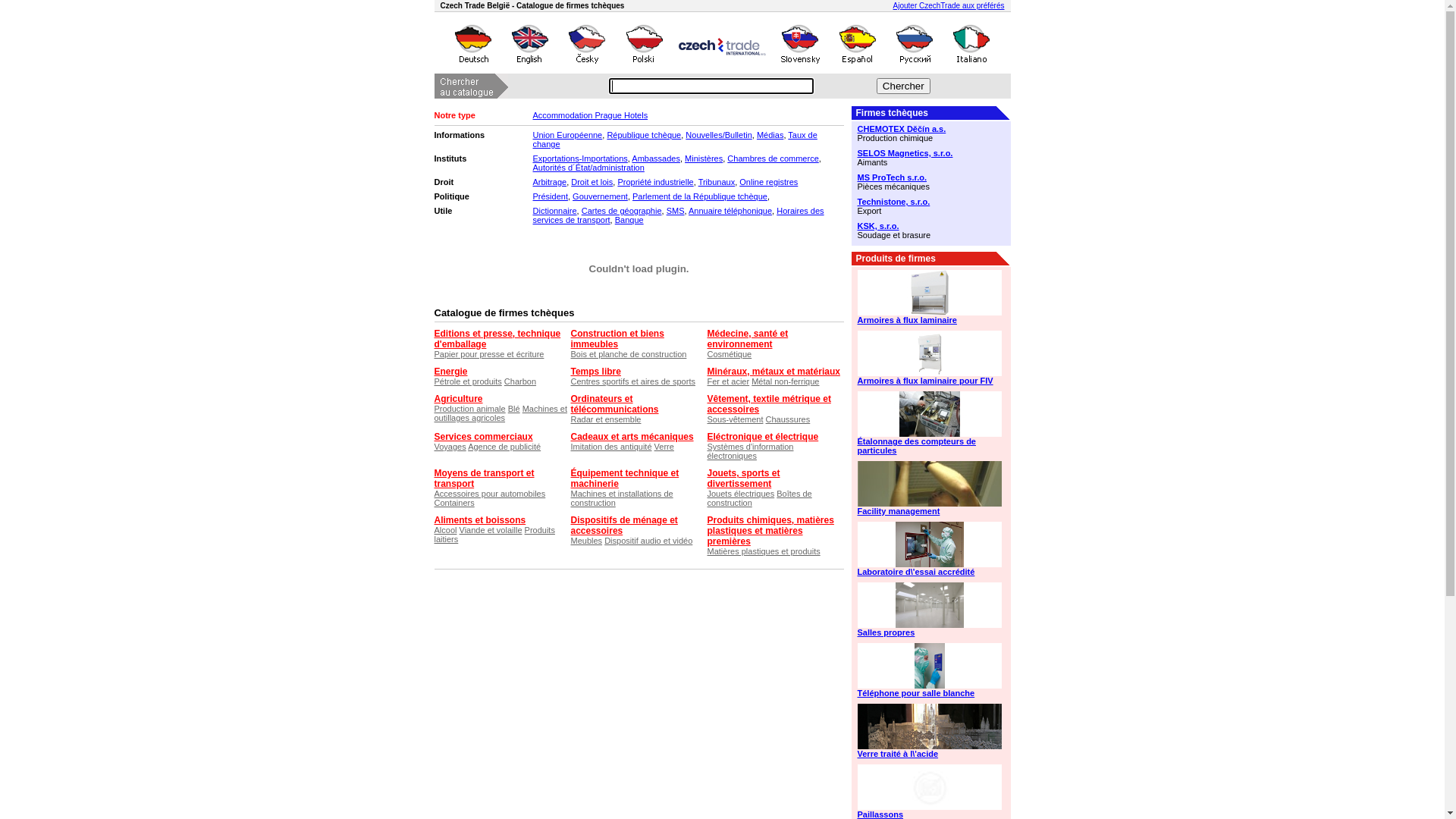 The image size is (1456, 819). Describe the element at coordinates (453, 503) in the screenshot. I see `'Containers'` at that location.